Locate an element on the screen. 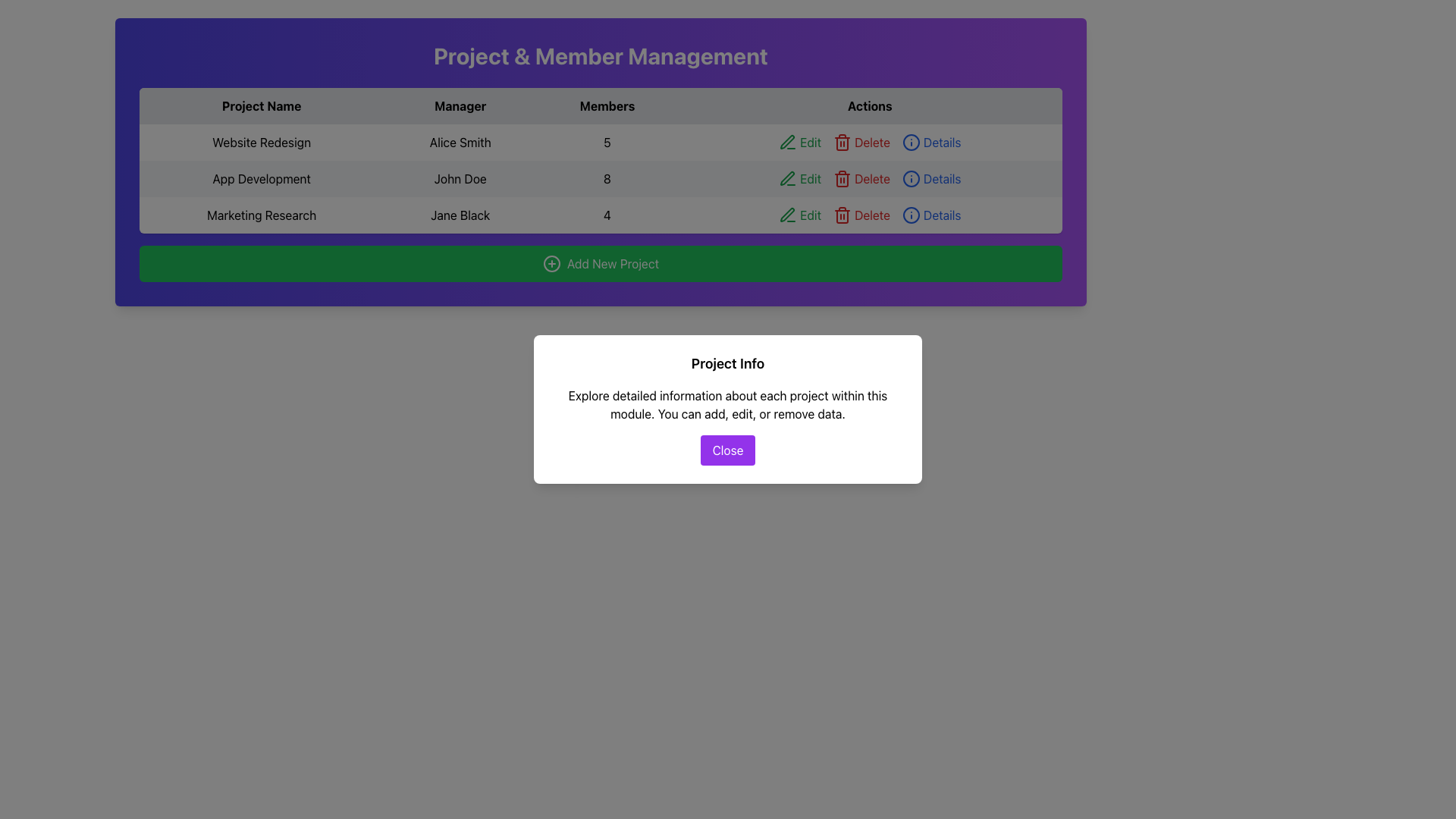 Image resolution: width=1456 pixels, height=819 pixels. 'Delete' button, which is a trash can icon located in the 'Actions' column of the third row for the project 'Marketing Research', positioned between 'Edit' and 'Details' is located at coordinates (842, 143).